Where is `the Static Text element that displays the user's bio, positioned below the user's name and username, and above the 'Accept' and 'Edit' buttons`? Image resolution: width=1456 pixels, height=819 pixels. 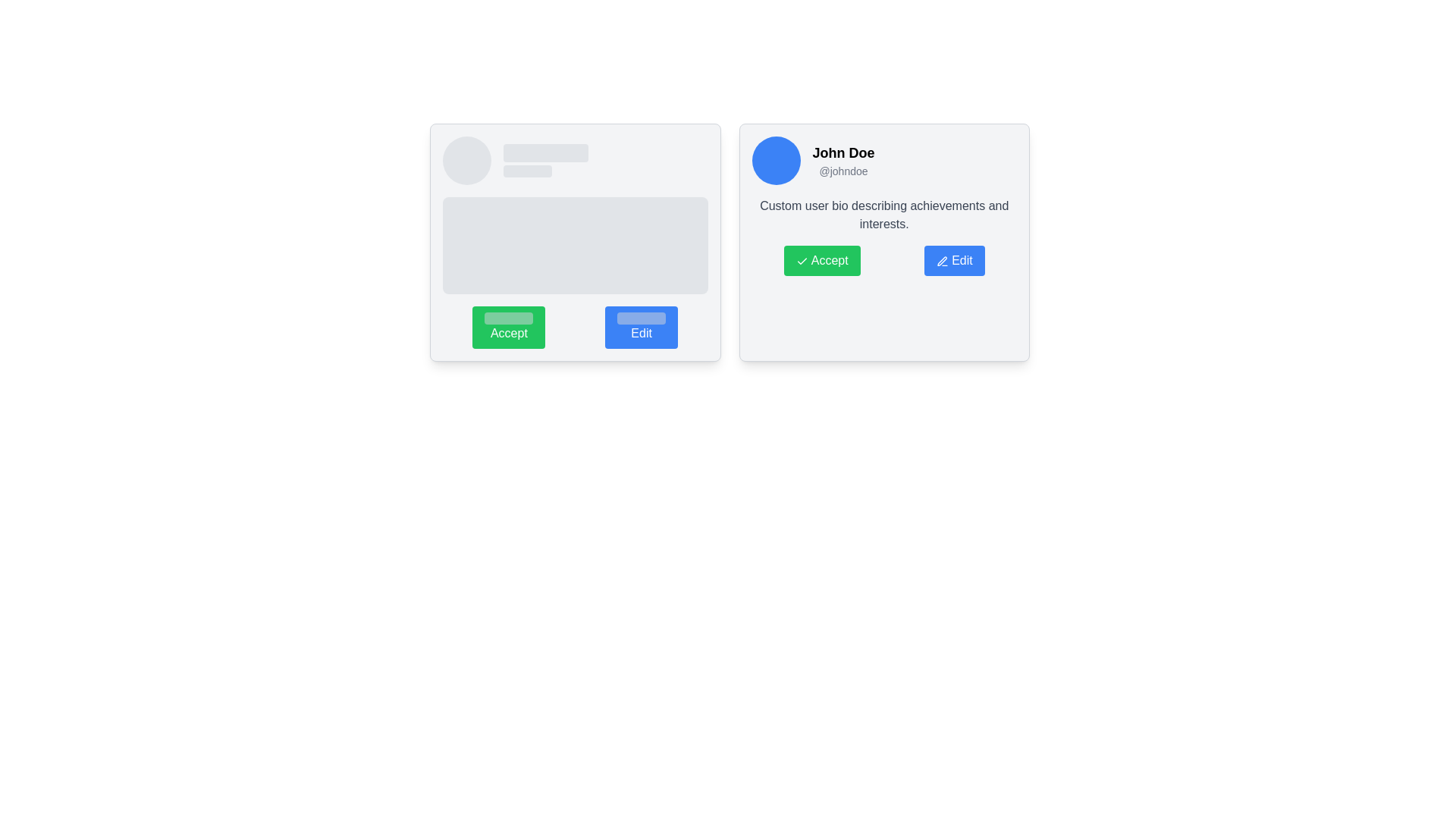
the Static Text element that displays the user's bio, positioned below the user's name and username, and above the 'Accept' and 'Edit' buttons is located at coordinates (884, 215).